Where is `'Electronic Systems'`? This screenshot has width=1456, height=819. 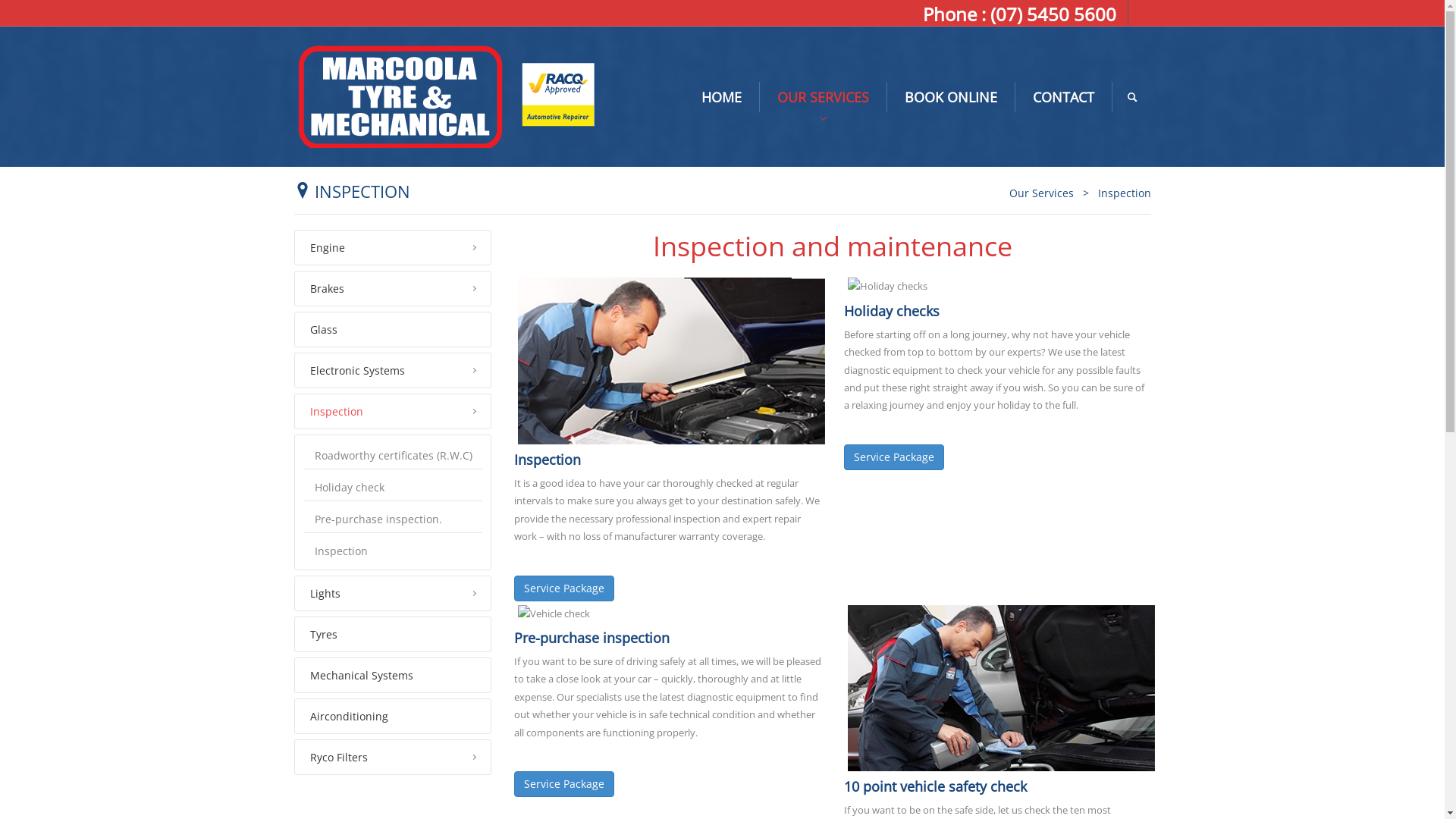 'Electronic Systems' is located at coordinates (393, 370).